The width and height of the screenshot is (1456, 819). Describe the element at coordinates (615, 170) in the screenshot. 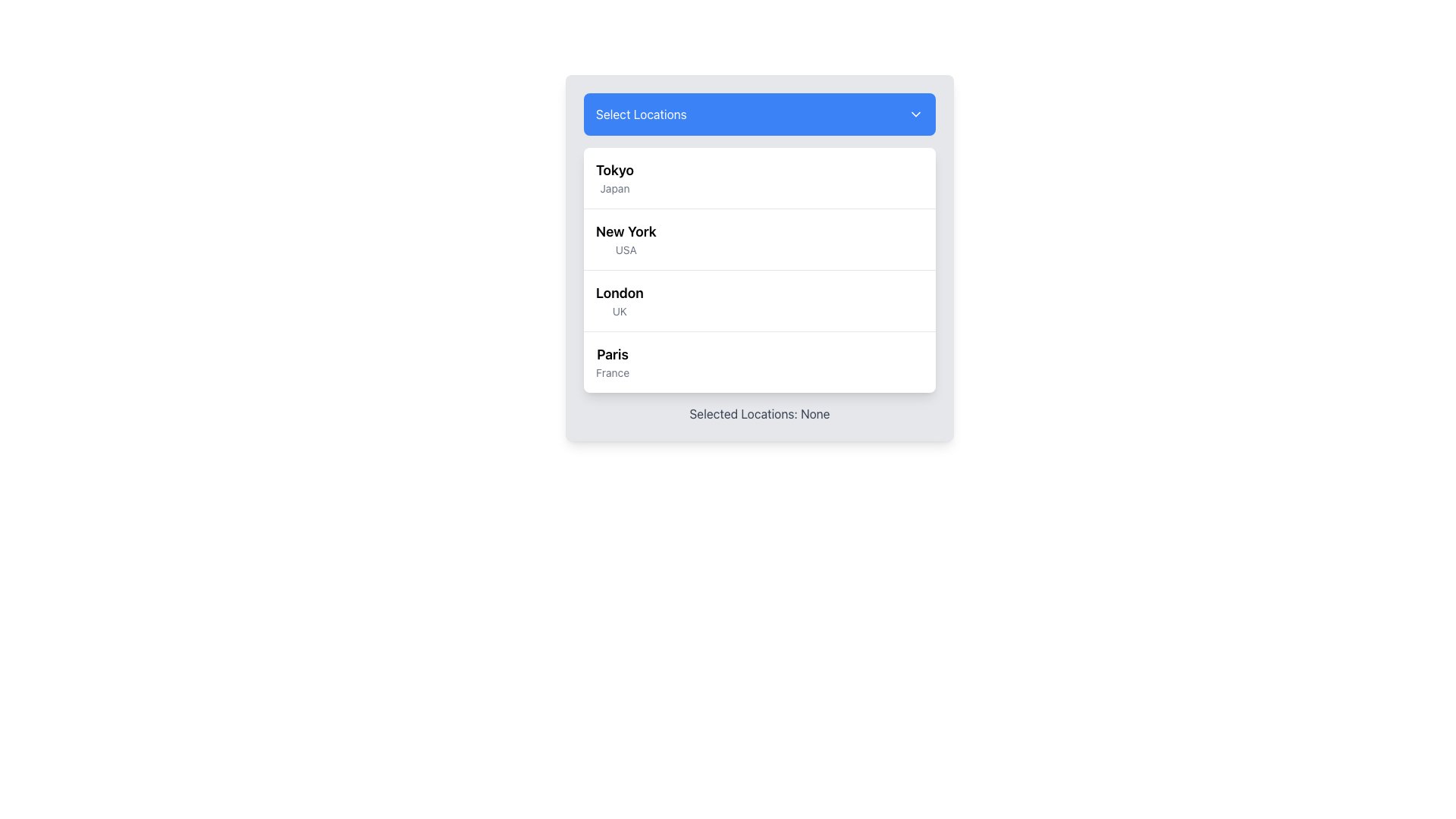

I see `the title text element 'Tokyo' in the dropdown list` at that location.